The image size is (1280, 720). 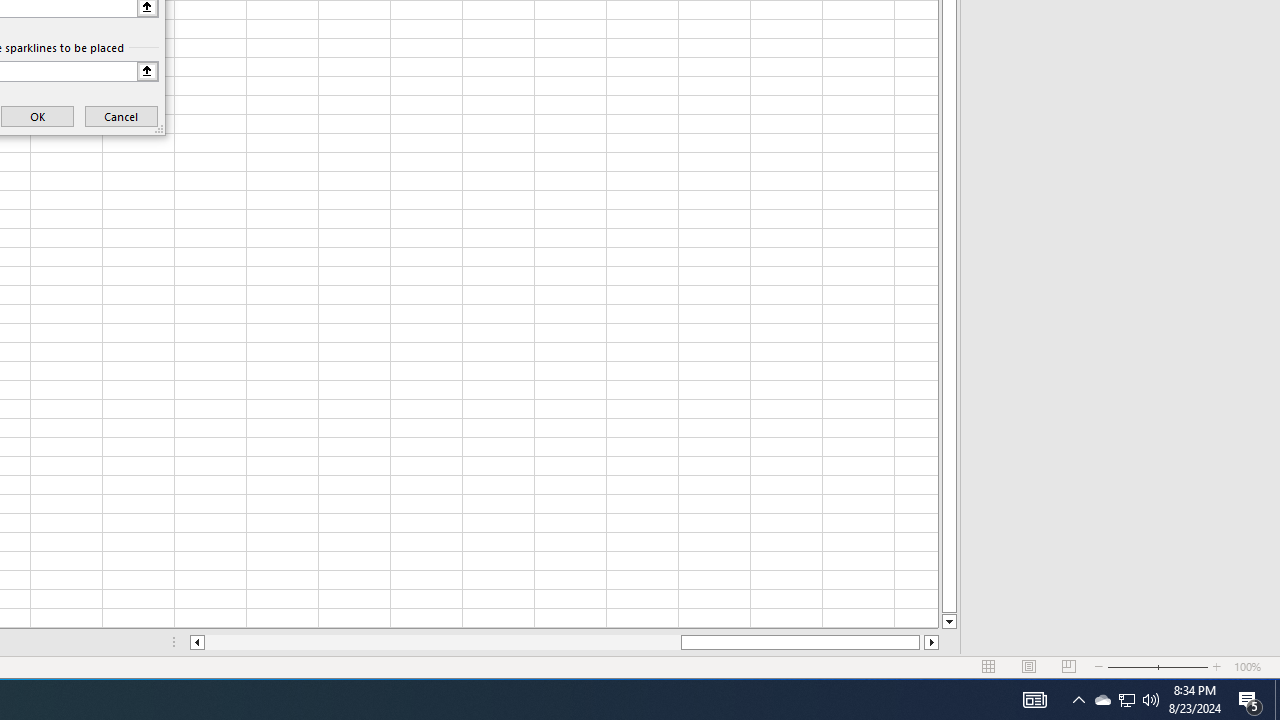 I want to click on 'Page right', so click(x=921, y=642).